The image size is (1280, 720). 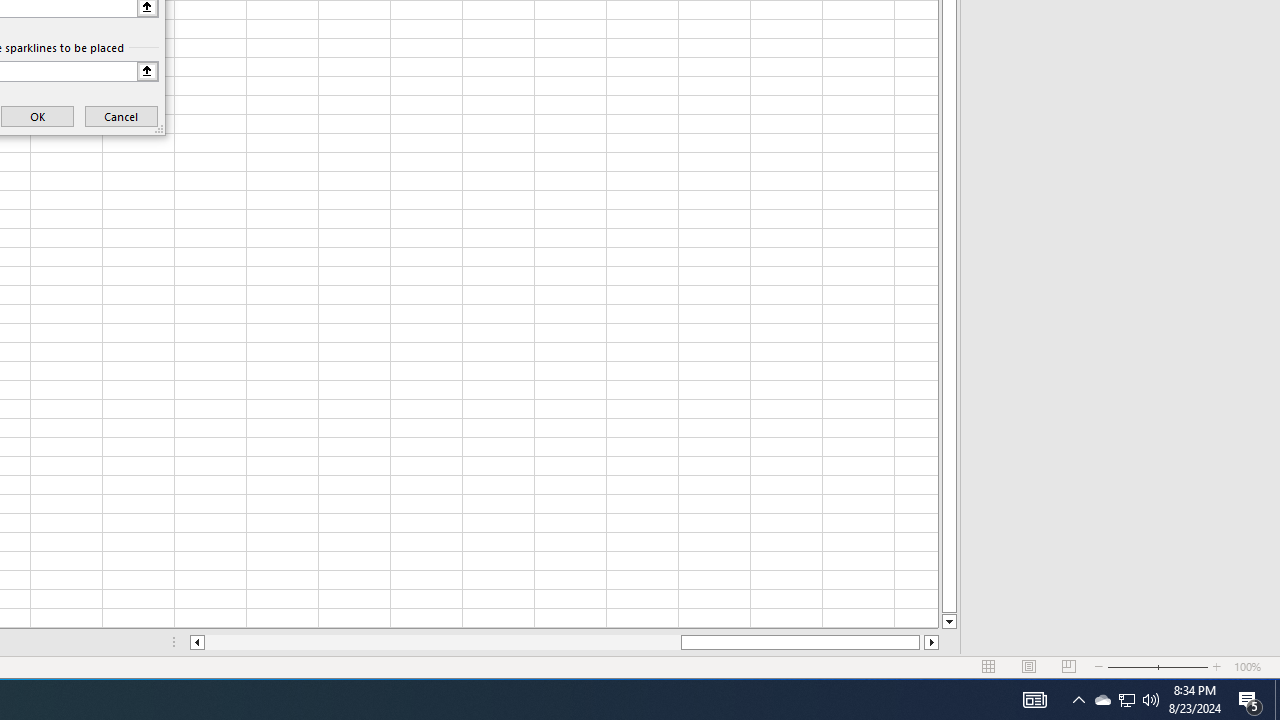 I want to click on 'Page right', so click(x=921, y=642).